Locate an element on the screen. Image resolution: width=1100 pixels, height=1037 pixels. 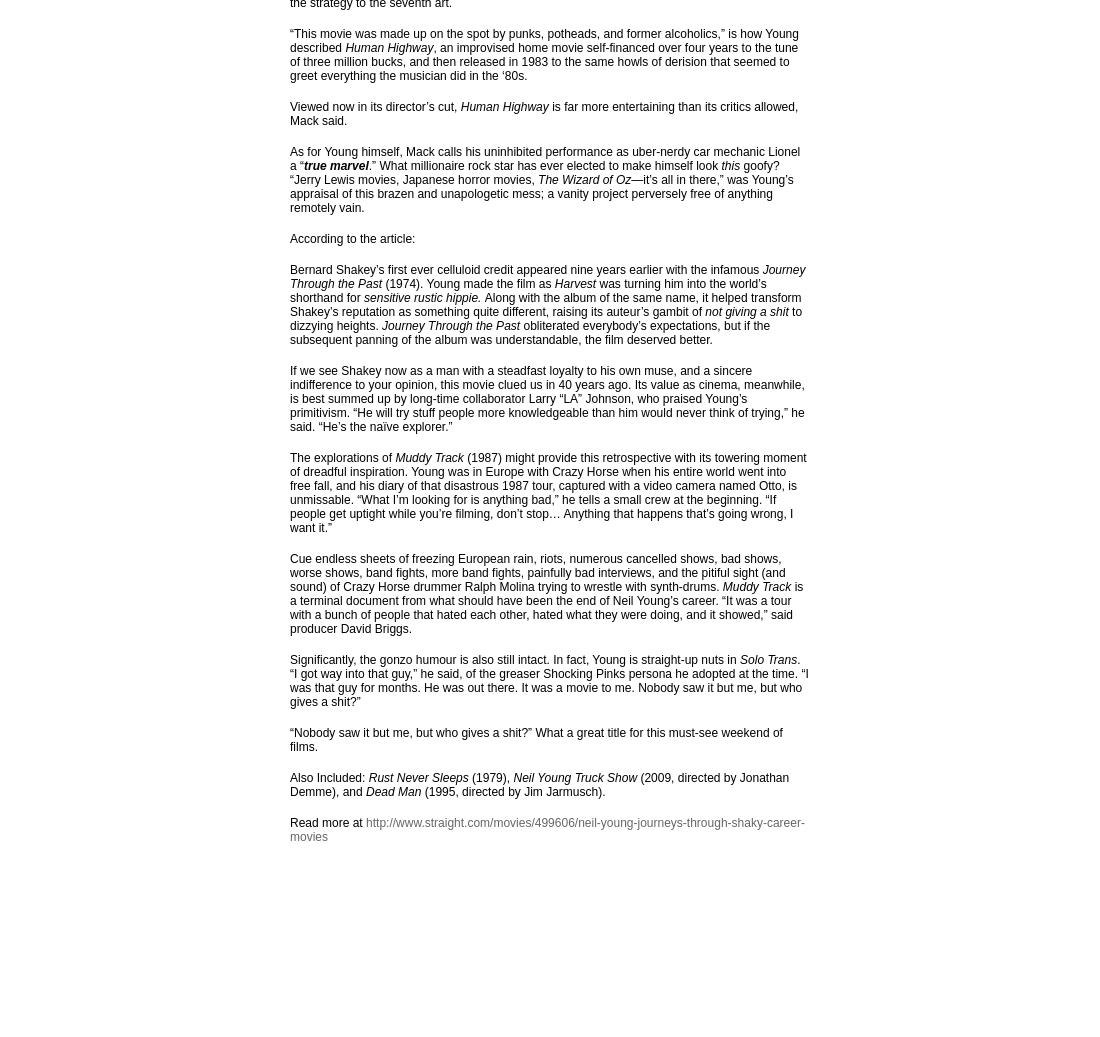
'Neil Young Truck Show' is located at coordinates (573, 777).